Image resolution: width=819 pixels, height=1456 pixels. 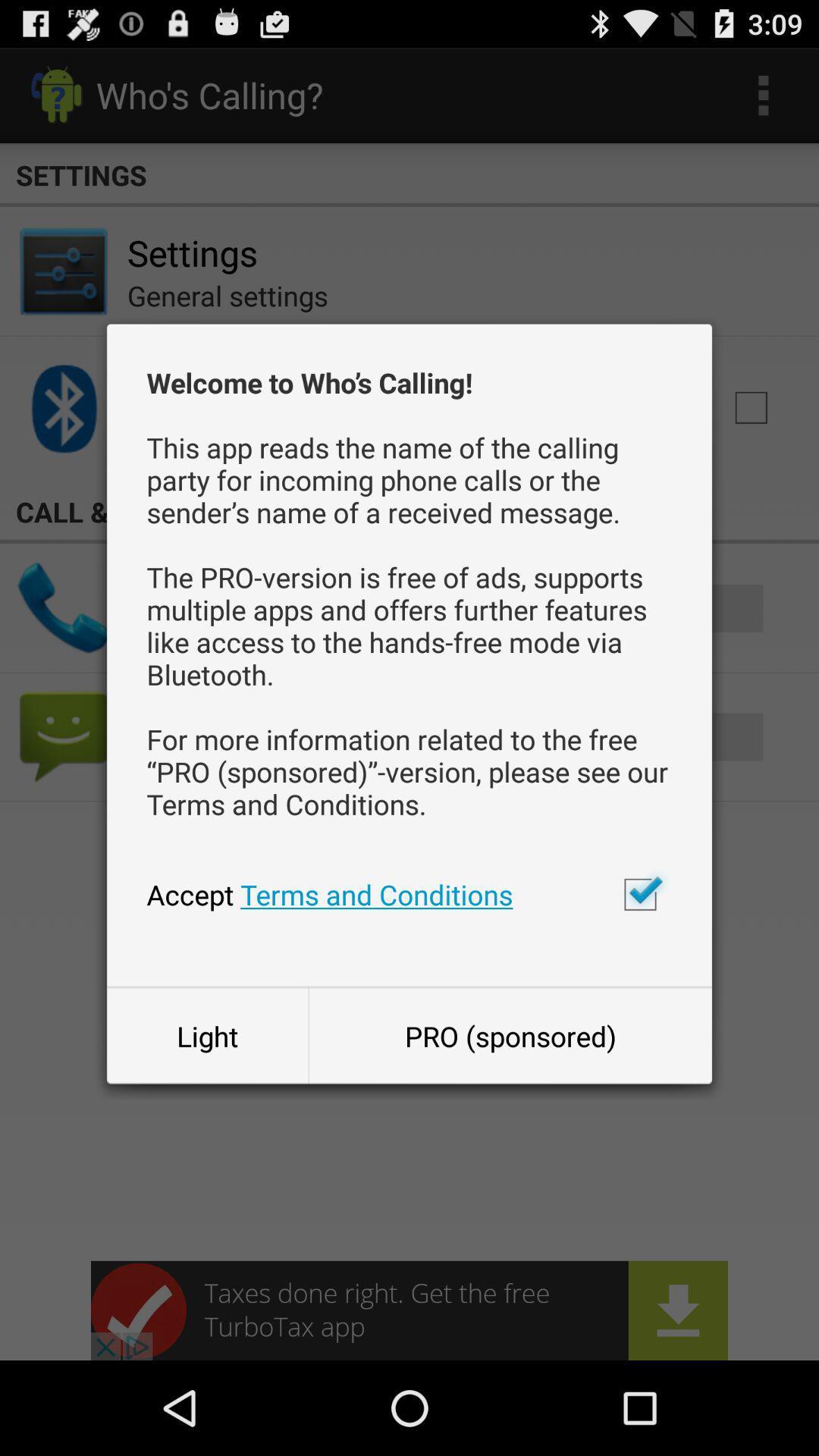 I want to click on accept agreement, so click(x=640, y=894).